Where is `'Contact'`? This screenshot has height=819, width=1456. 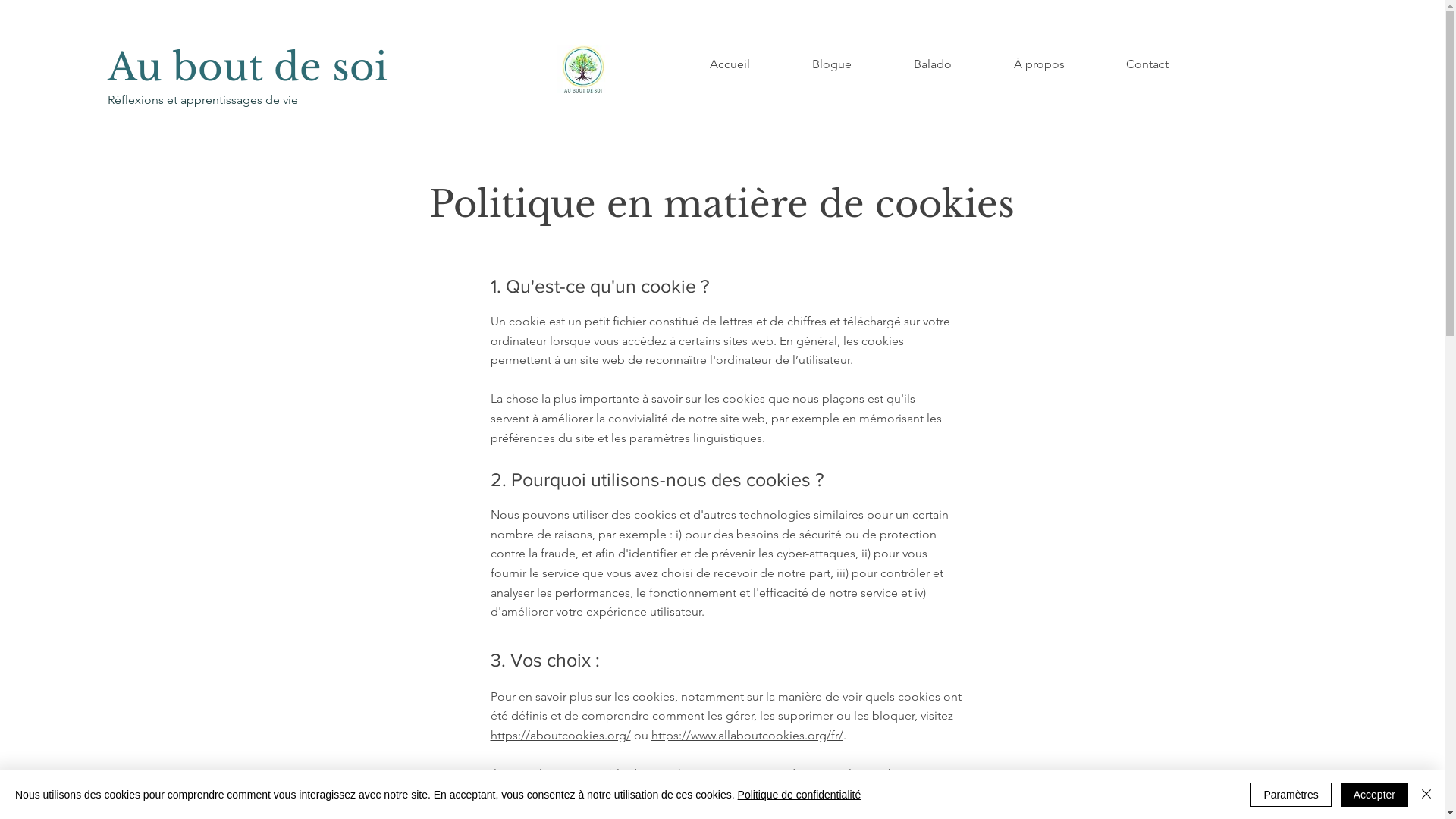 'Contact' is located at coordinates (1147, 63).